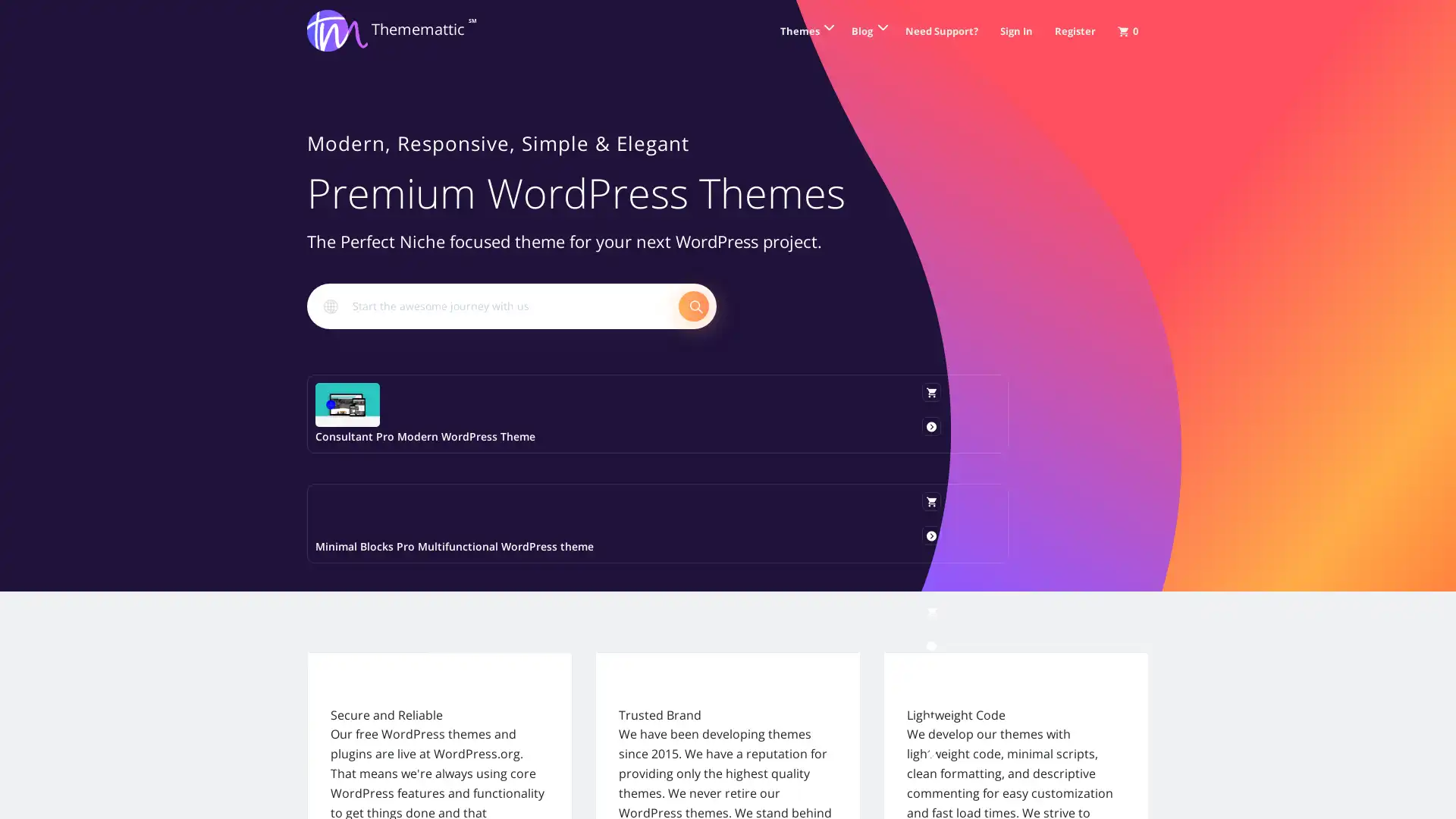  What do you see at coordinates (693, 305) in the screenshot?
I see `search` at bounding box center [693, 305].